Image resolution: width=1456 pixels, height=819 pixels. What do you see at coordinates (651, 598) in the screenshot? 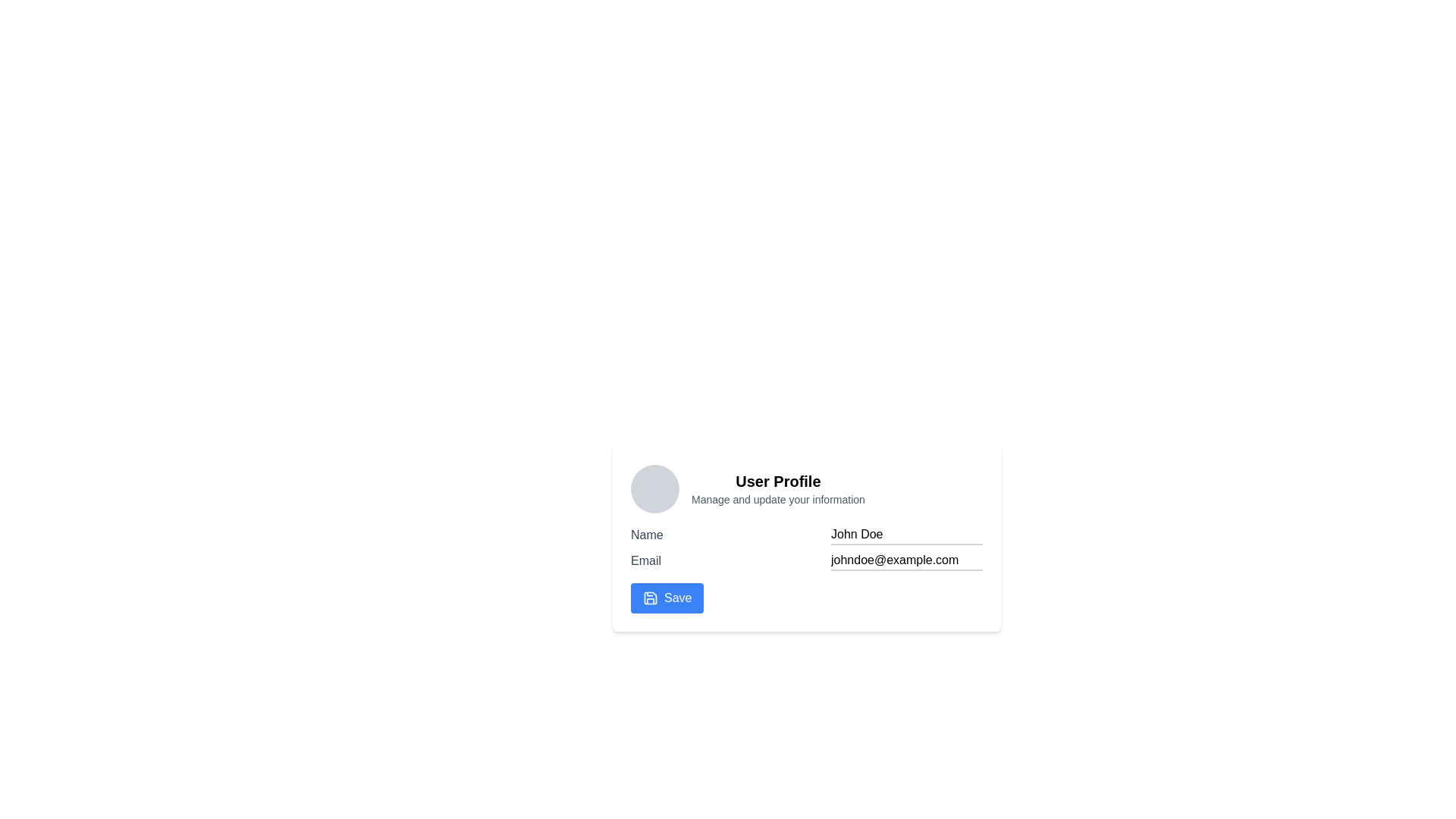
I see `the floppy disk icon within the blue rounded button labeled 'Save' located in the bottom left area of the user profile section` at bounding box center [651, 598].